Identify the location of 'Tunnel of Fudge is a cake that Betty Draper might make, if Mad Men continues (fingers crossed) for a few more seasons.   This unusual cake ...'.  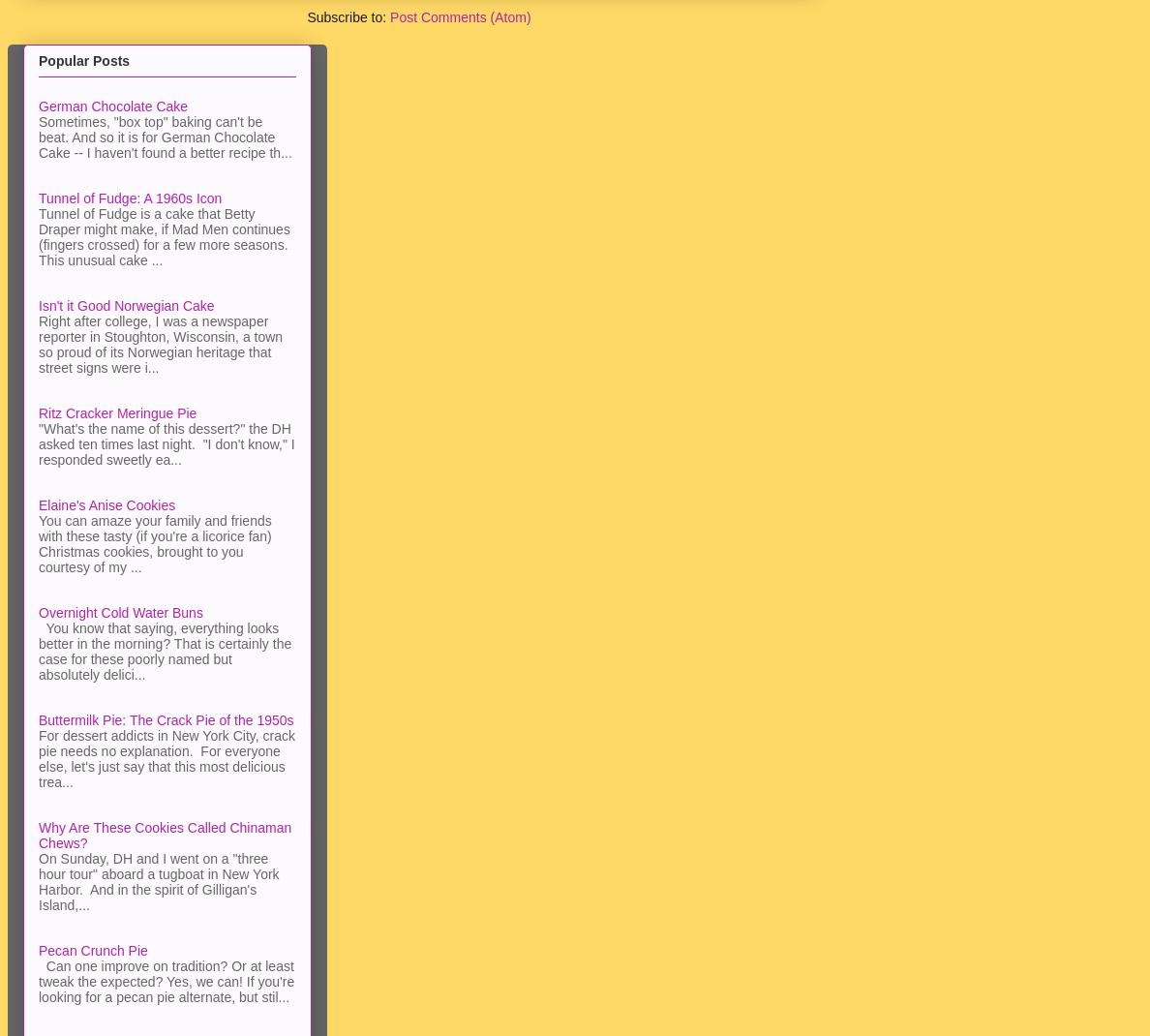
(164, 236).